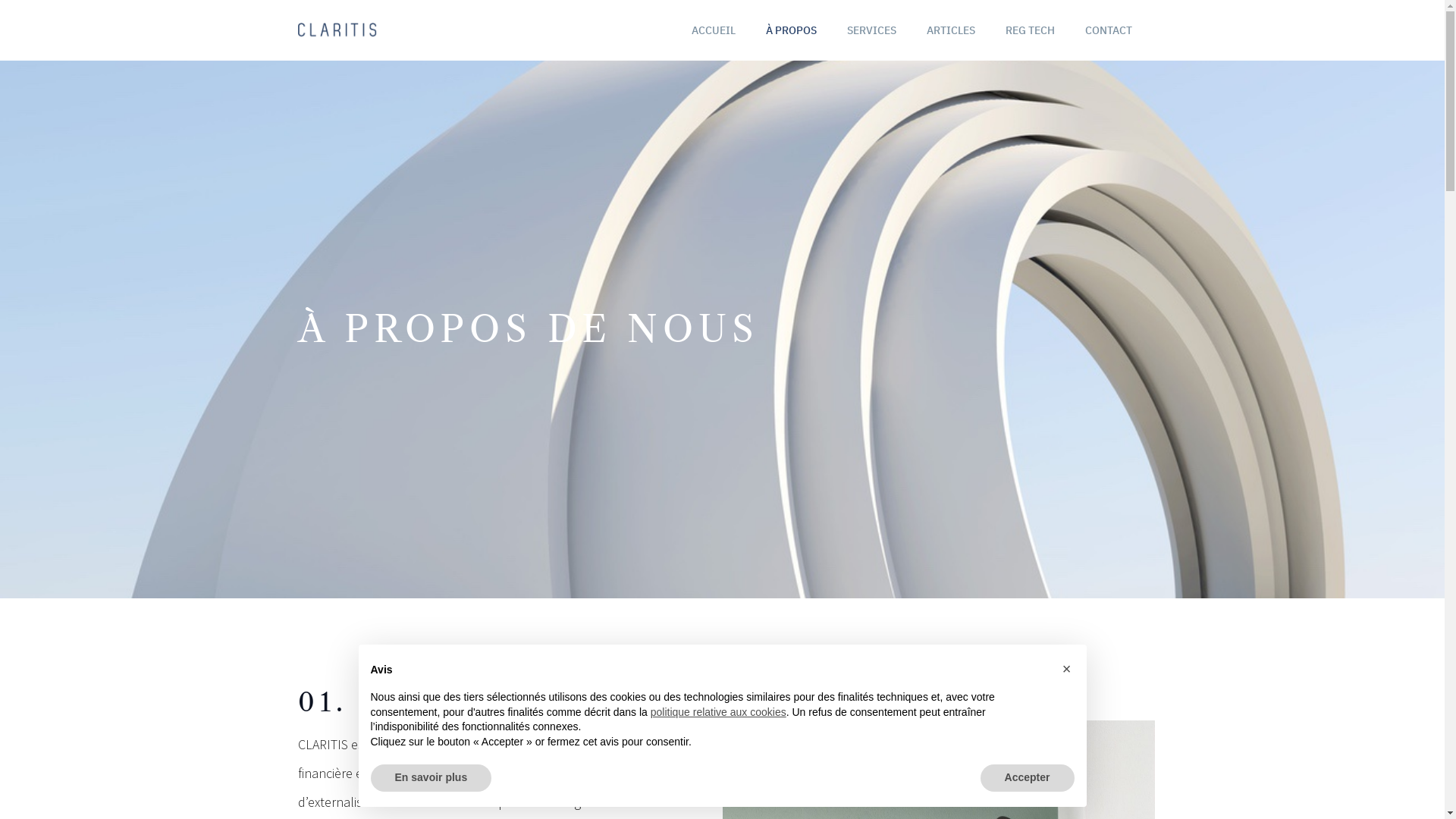  What do you see at coordinates (429, 778) in the screenshot?
I see `'En savoir plus'` at bounding box center [429, 778].